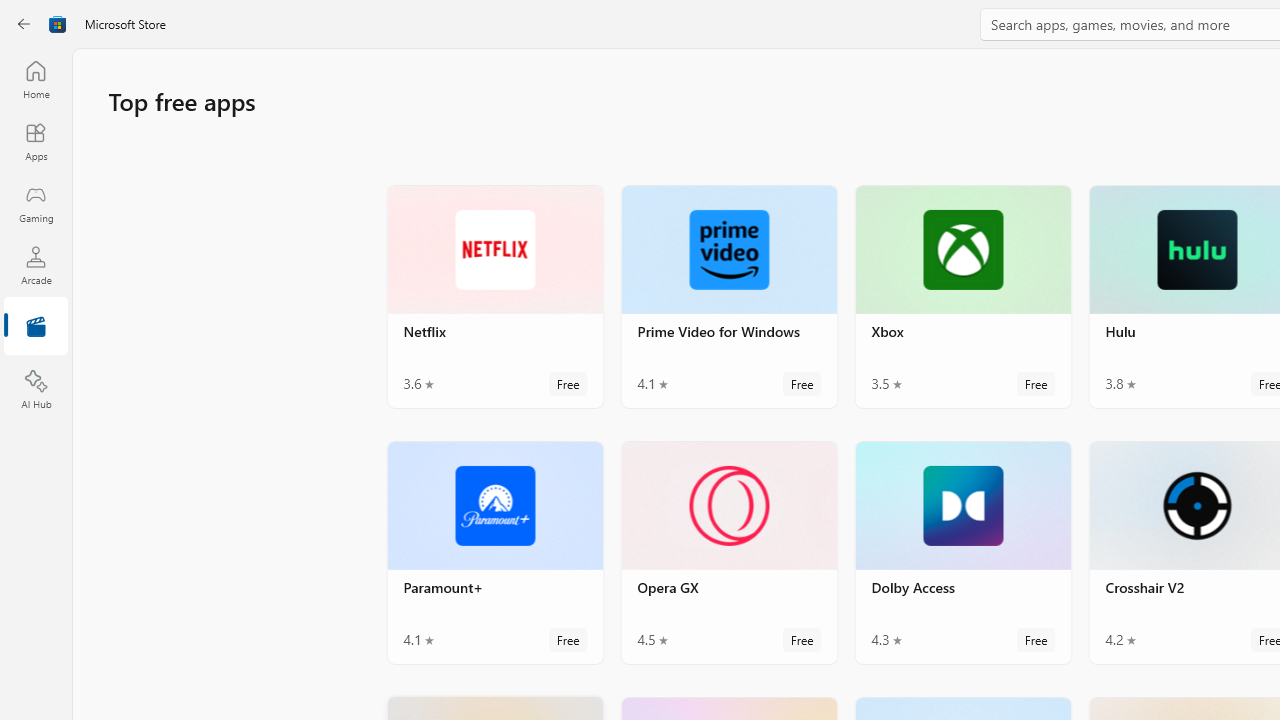 This screenshot has width=1280, height=720. Describe the element at coordinates (24, 24) in the screenshot. I see `'Back'` at that location.